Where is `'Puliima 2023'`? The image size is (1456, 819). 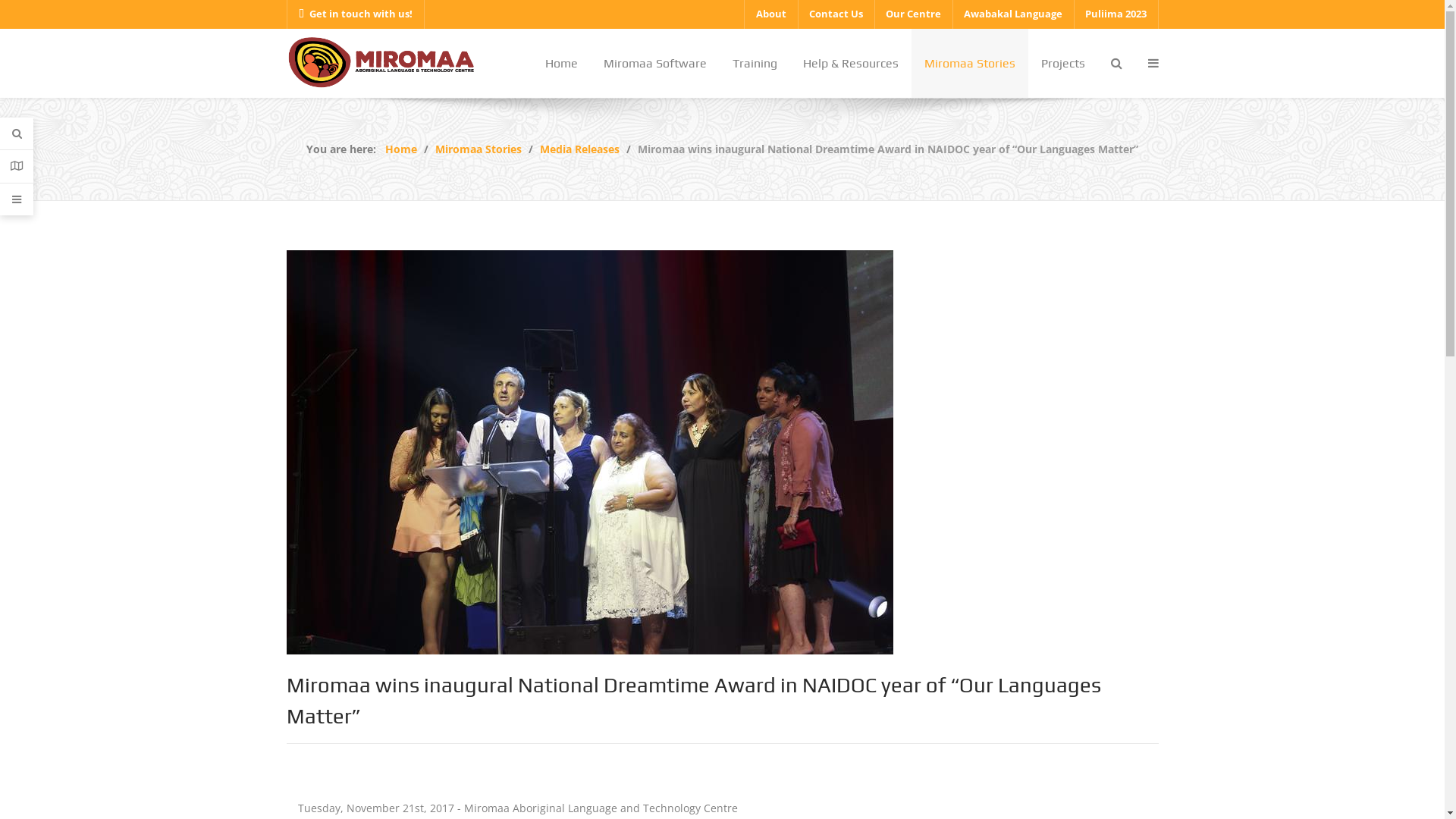 'Puliima 2023' is located at coordinates (1116, 14).